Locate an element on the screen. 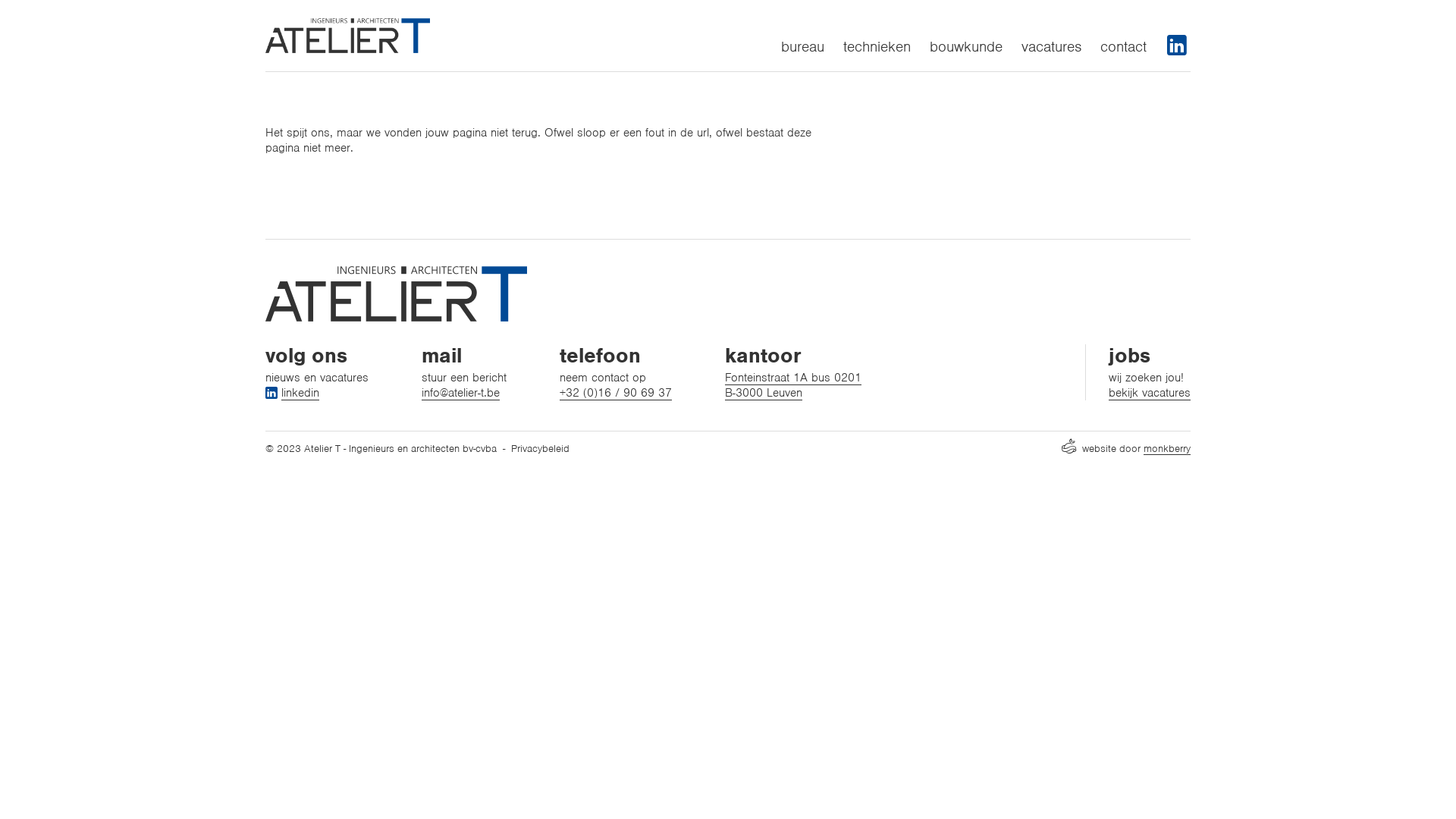  'bureau' is located at coordinates (802, 45).